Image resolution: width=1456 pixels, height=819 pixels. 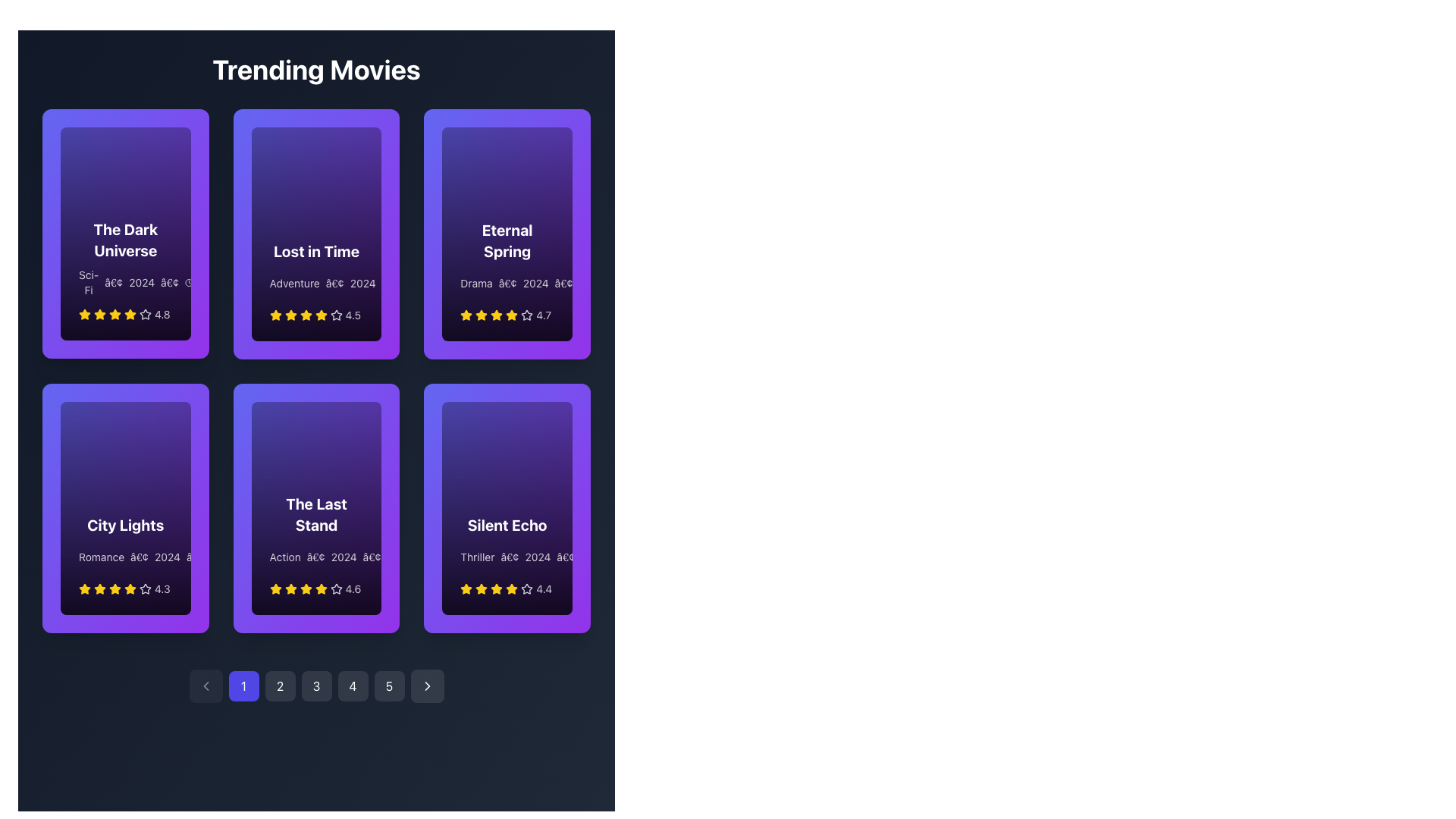 I want to click on the second star in the movie rating system for 'Lost in Time' located in the 'Trending Movies' section to interact with it, so click(x=290, y=314).